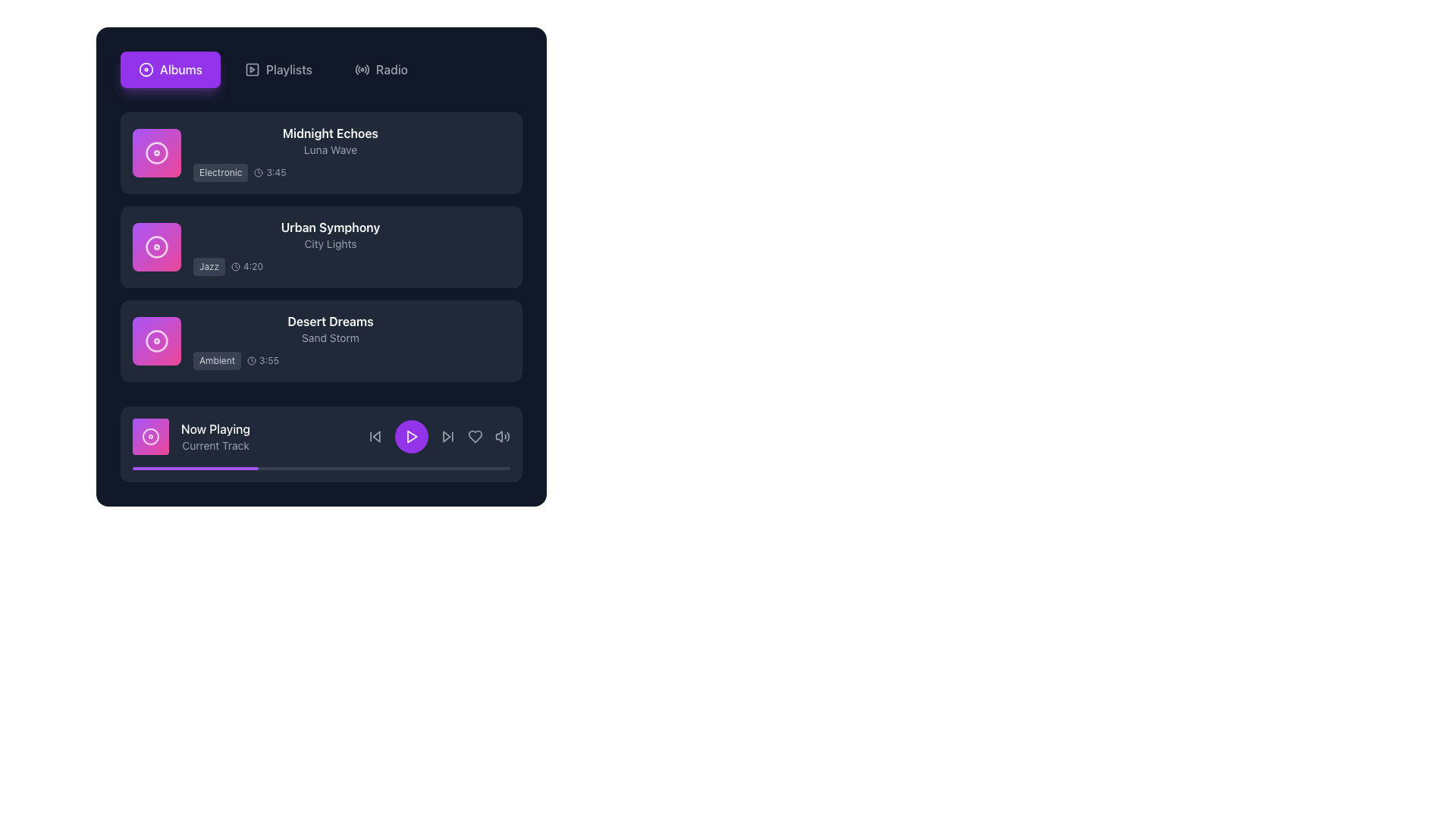  I want to click on the gray skip forward button in the bottom control panel of the music player interface to change its color to white, so click(447, 436).